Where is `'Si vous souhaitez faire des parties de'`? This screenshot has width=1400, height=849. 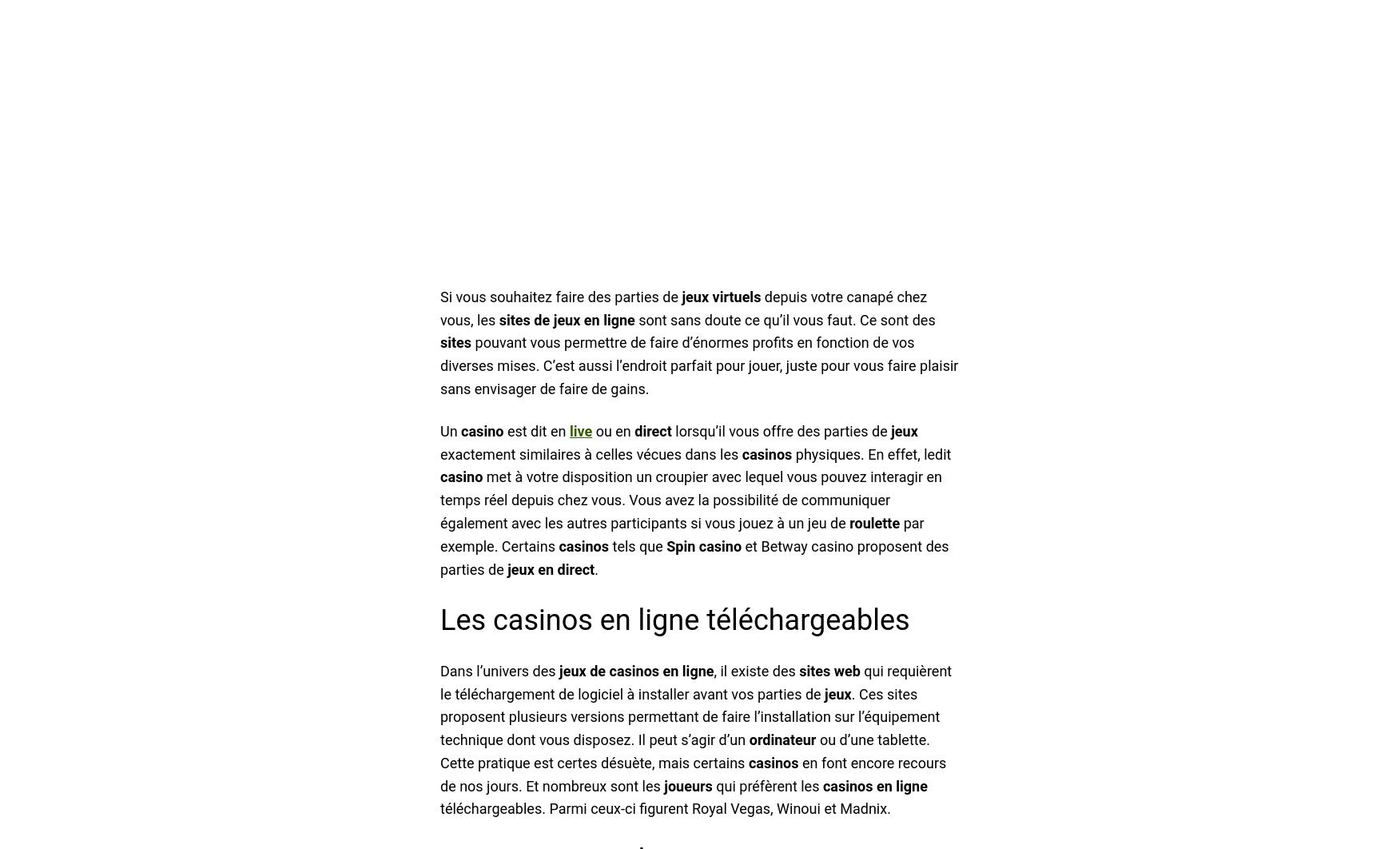
'Si vous souhaitez faire des parties de' is located at coordinates (439, 295).